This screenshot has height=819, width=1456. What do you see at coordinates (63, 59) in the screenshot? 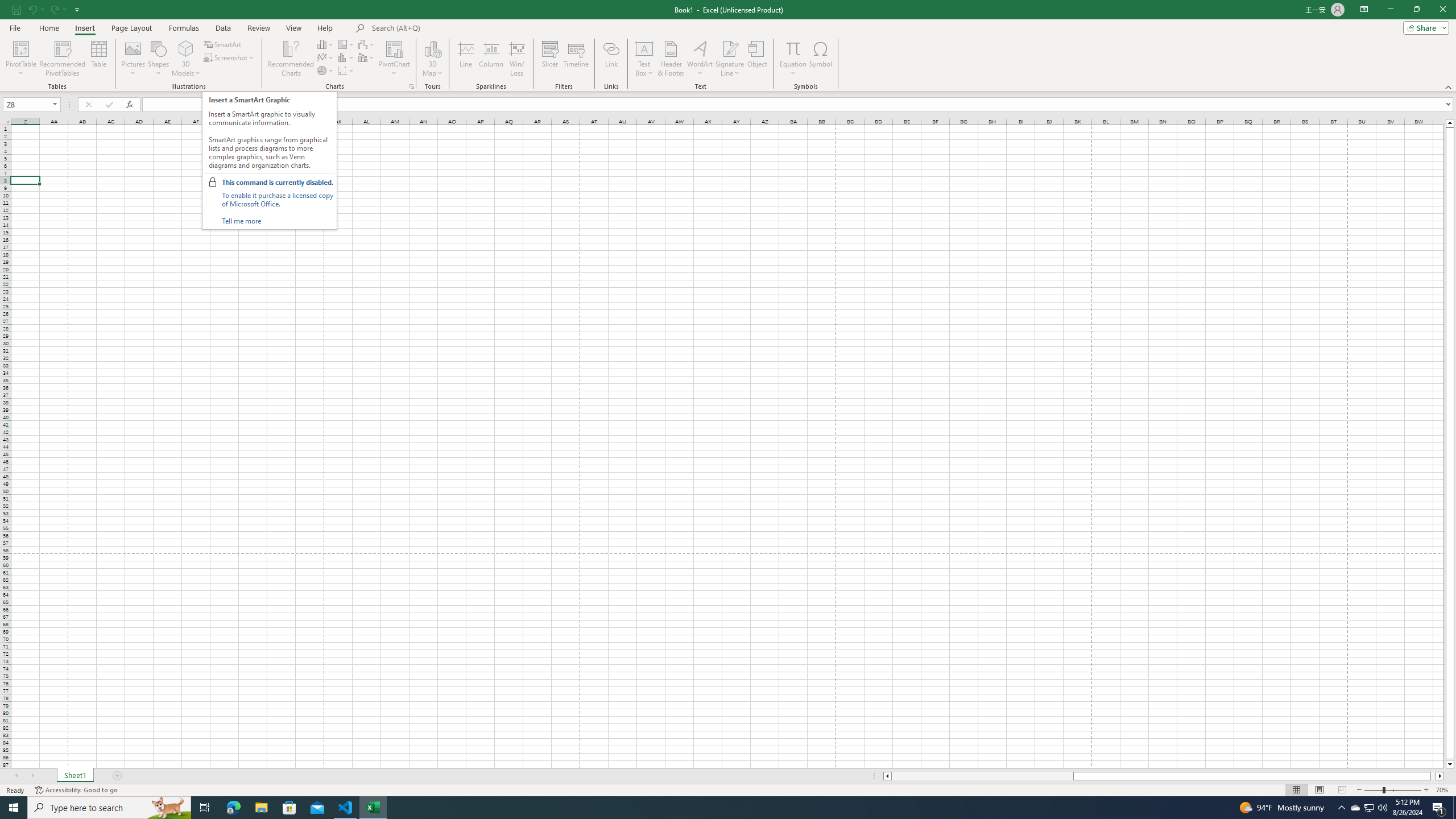
I see `'Recommended PivotTables'` at bounding box center [63, 59].